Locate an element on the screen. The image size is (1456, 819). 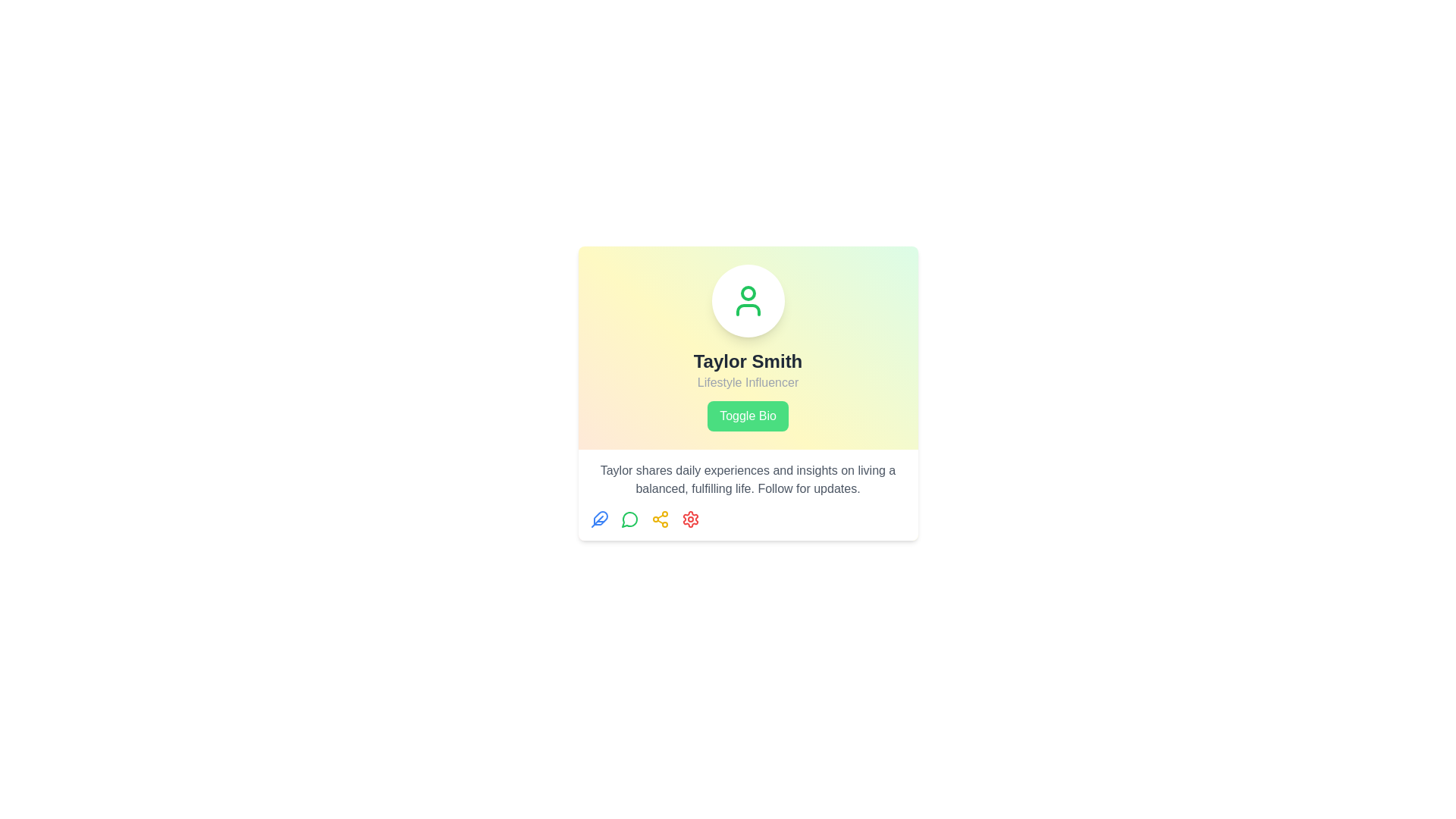
the editing or customization icon located in the bottom-left corner of the user card is located at coordinates (600, 517).